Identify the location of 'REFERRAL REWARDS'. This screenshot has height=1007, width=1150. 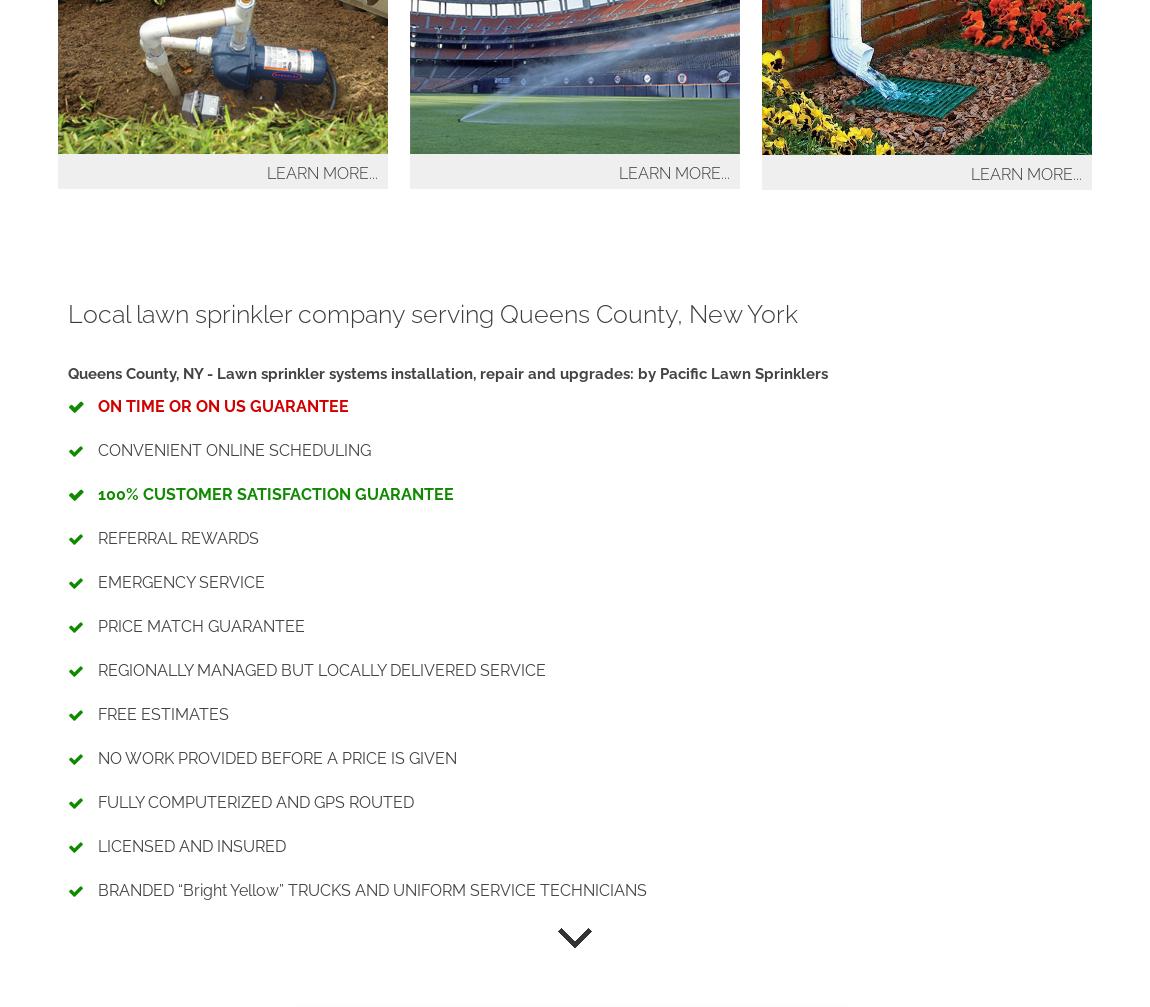
(176, 537).